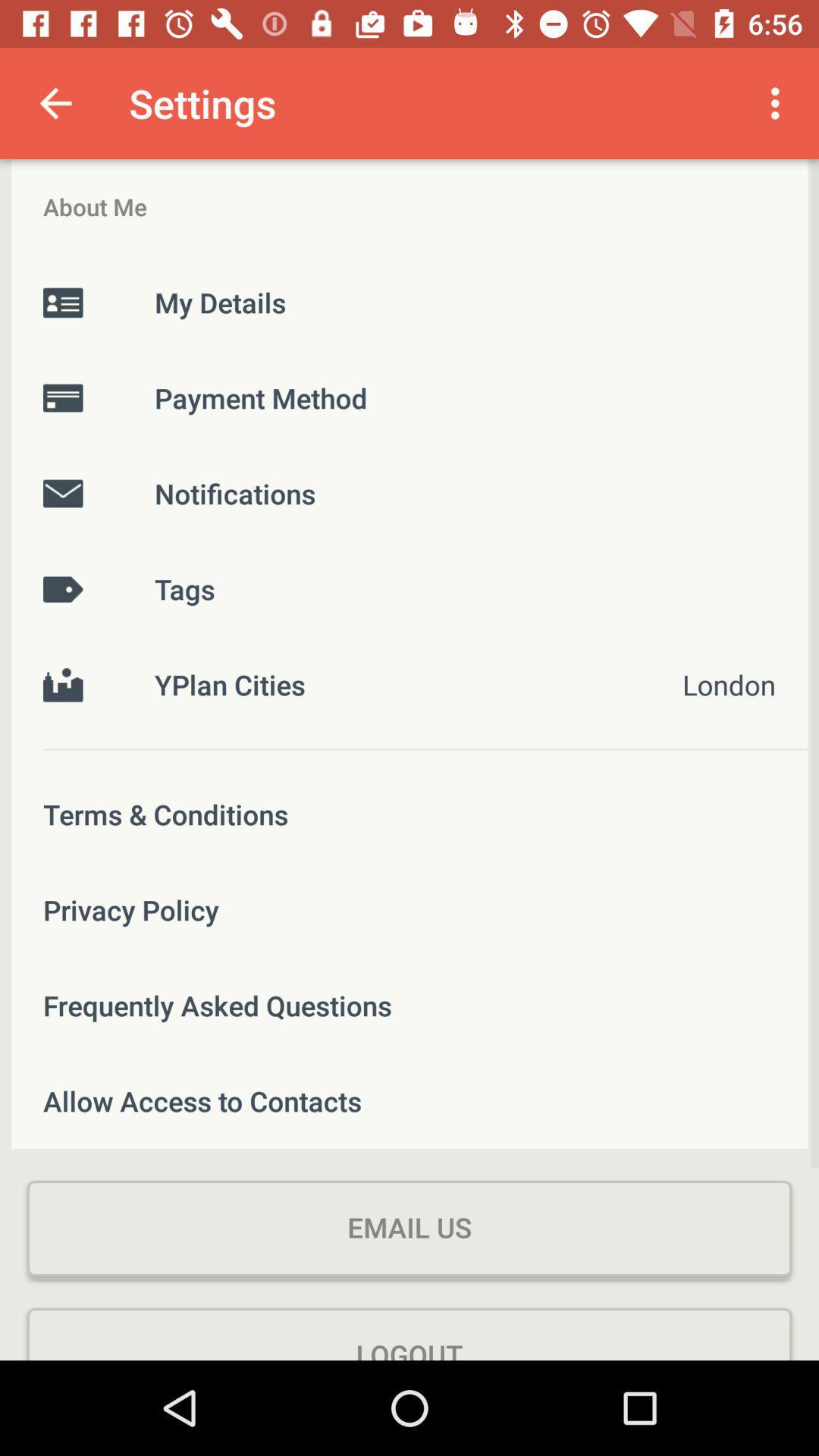 This screenshot has height=1456, width=819. Describe the element at coordinates (409, 588) in the screenshot. I see `the tags icon` at that location.